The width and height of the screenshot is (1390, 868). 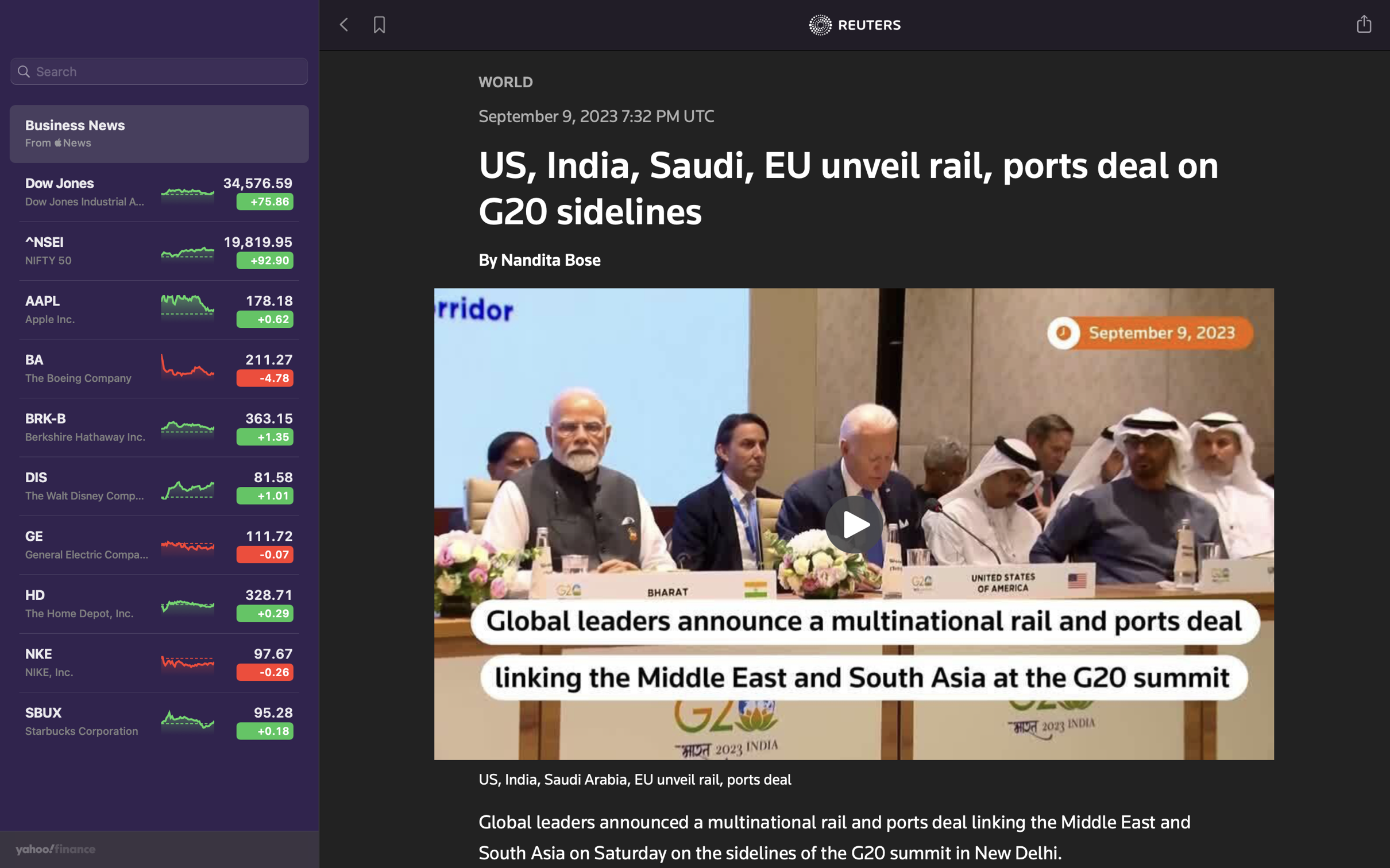 What do you see at coordinates (160, 73) in the screenshot?
I see `Search for the recent updates on General Electric` at bounding box center [160, 73].